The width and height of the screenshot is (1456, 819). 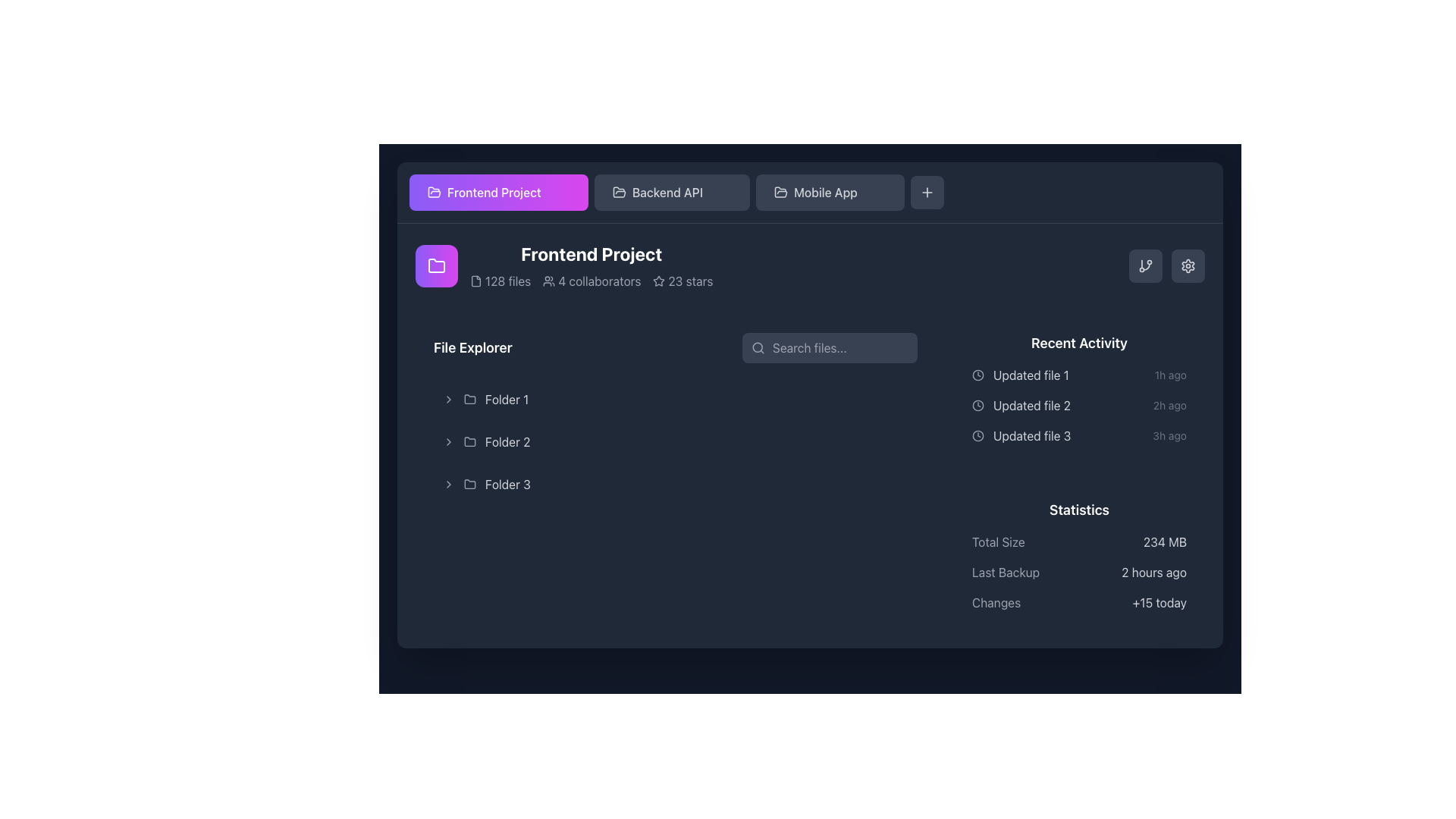 I want to click on the search bar text input field within the File Explorer interface to focus on it, so click(x=829, y=348).